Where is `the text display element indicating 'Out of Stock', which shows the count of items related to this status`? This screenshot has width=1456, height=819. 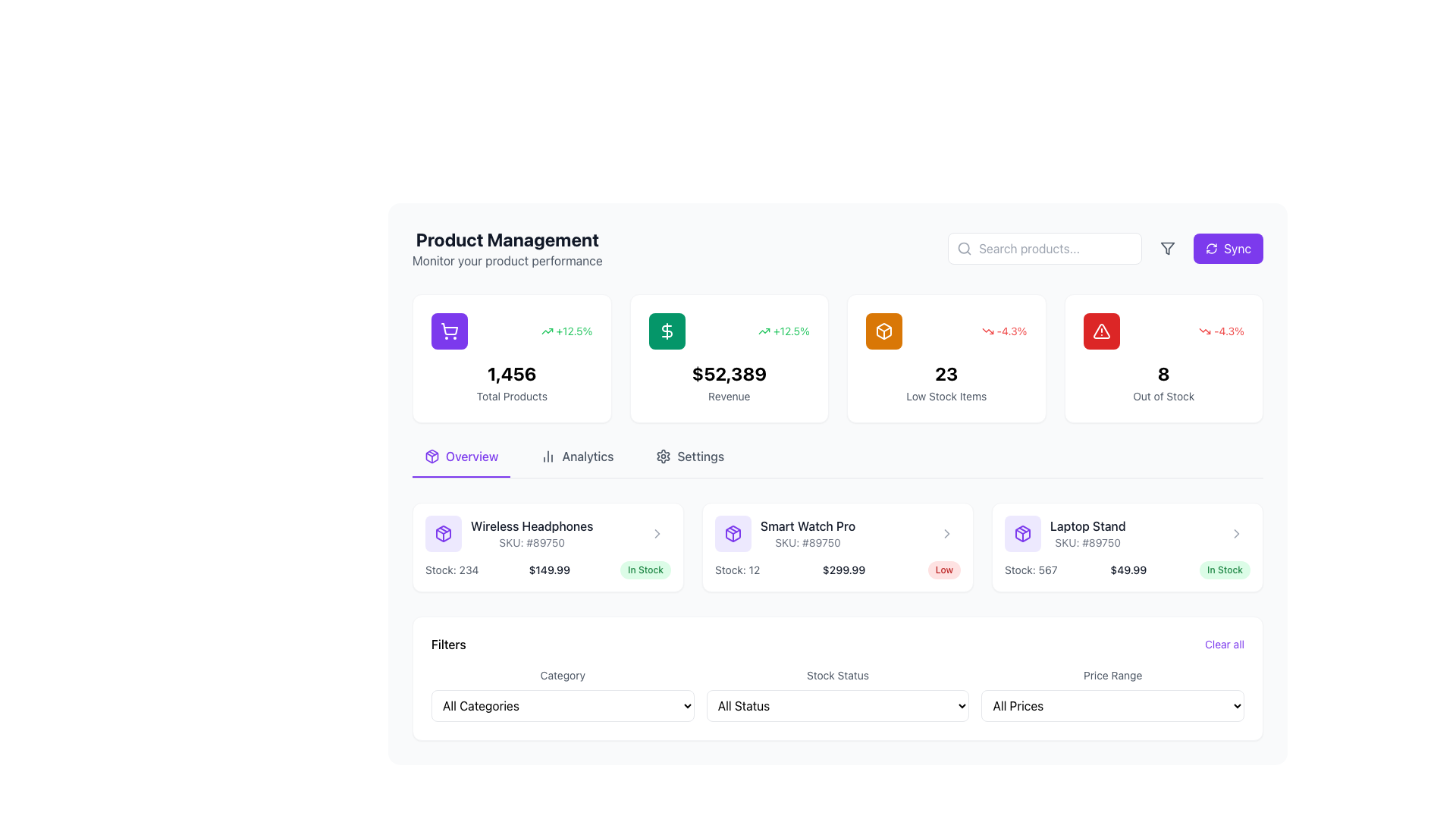 the text display element indicating 'Out of Stock', which shows the count of items related to this status is located at coordinates (1163, 374).